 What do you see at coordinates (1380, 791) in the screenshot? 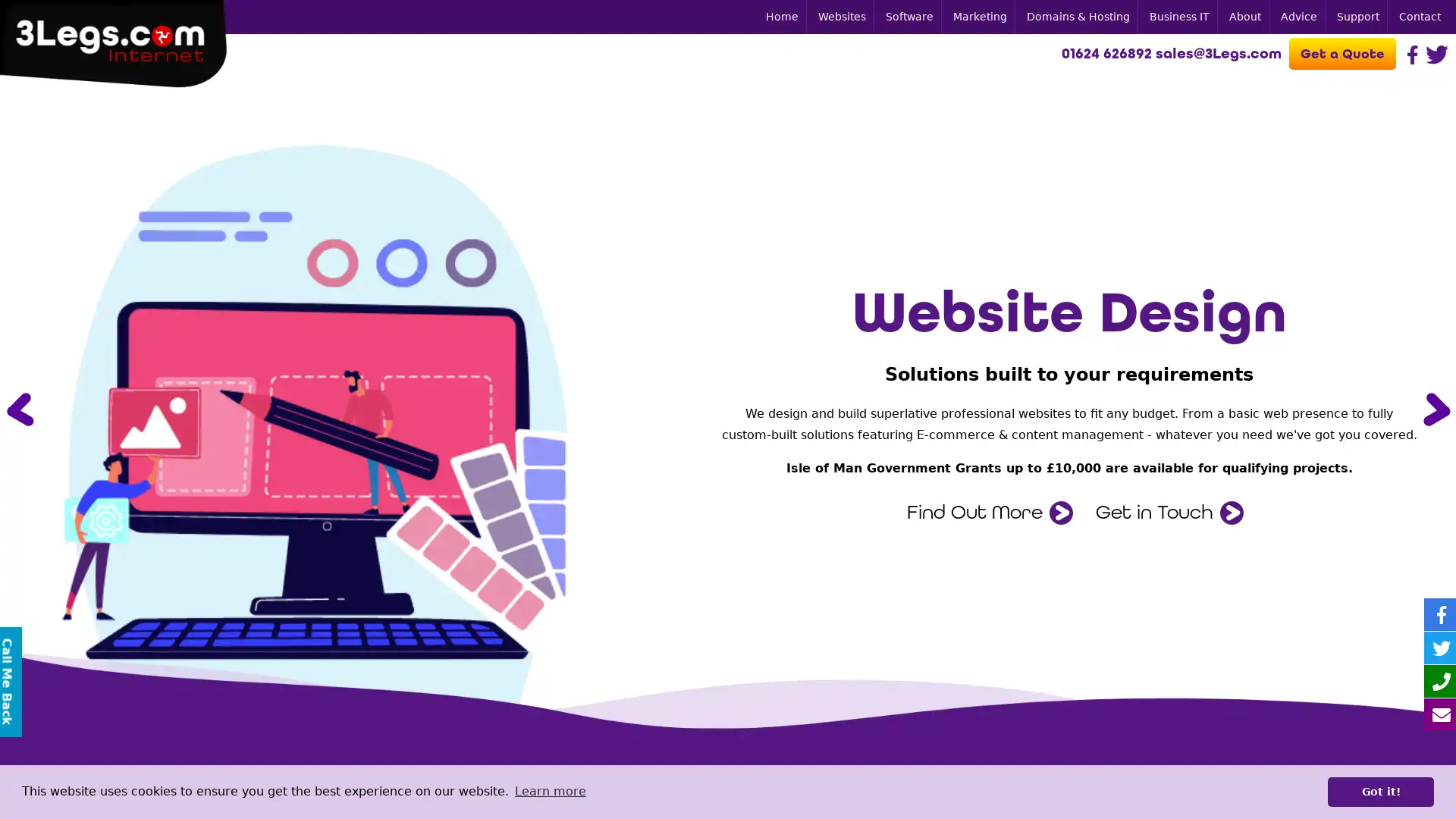
I see `dismiss cookie message` at bounding box center [1380, 791].